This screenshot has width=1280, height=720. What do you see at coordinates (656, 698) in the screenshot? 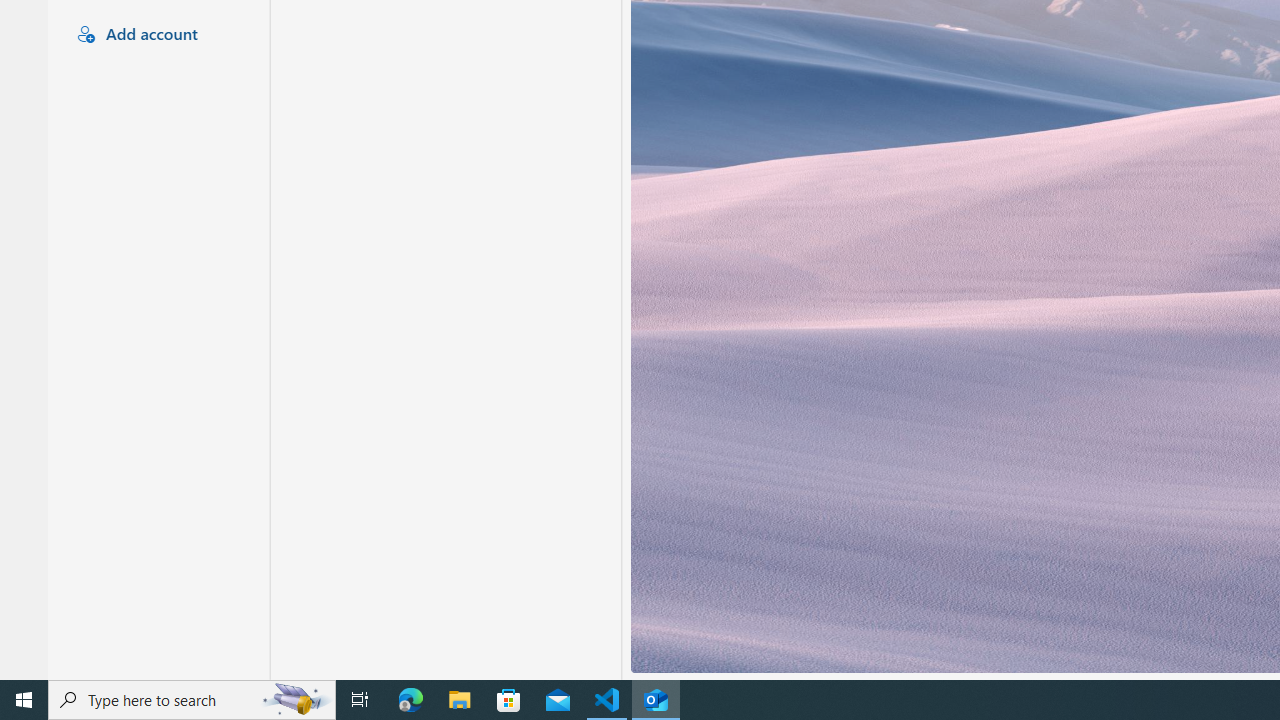
I see `'Outlook (new) - 1 running window'` at bounding box center [656, 698].